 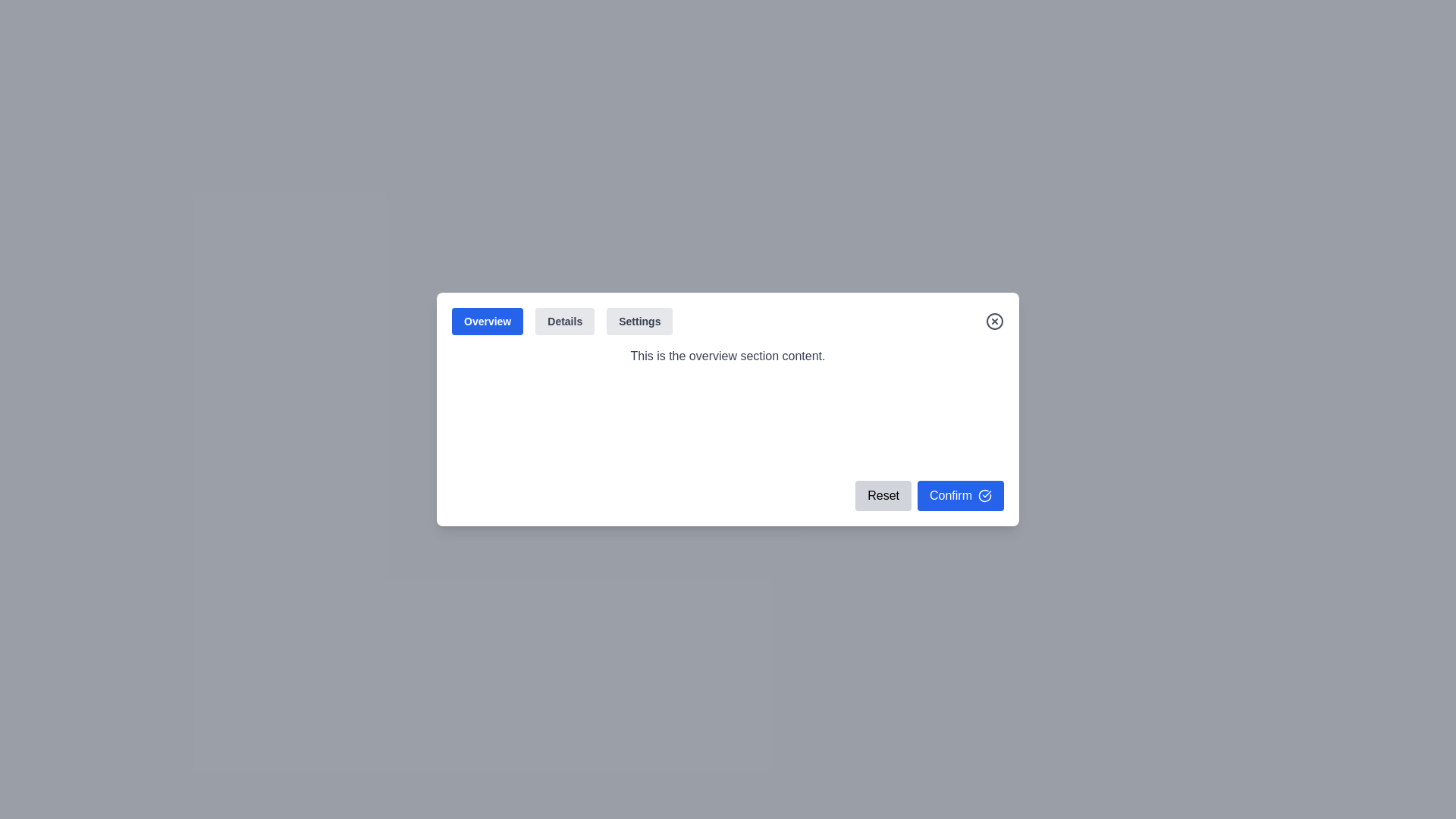 What do you see at coordinates (960, 496) in the screenshot?
I see `'Confirm' button to confirm the action` at bounding box center [960, 496].